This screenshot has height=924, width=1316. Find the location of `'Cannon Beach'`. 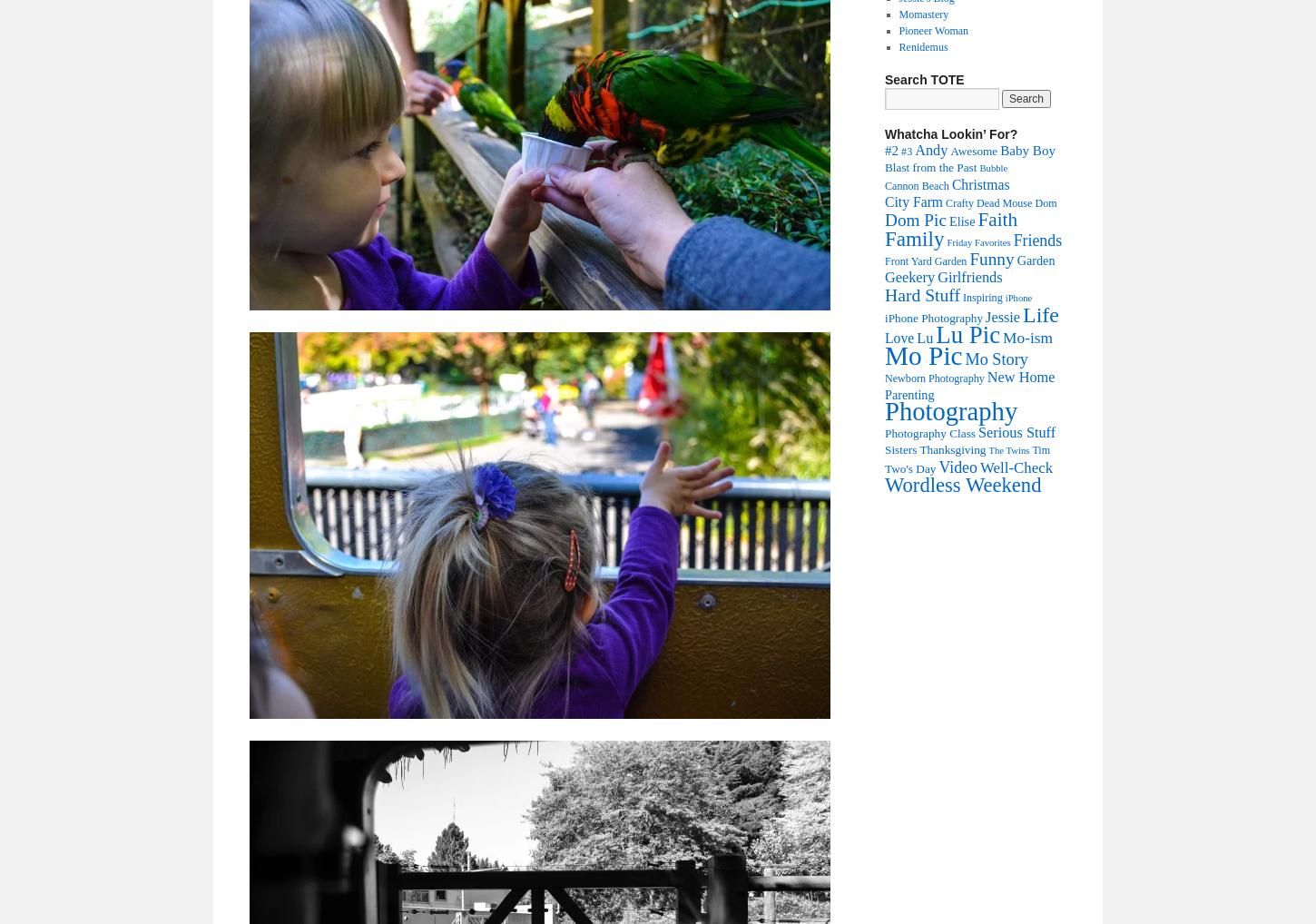

'Cannon Beach' is located at coordinates (917, 185).